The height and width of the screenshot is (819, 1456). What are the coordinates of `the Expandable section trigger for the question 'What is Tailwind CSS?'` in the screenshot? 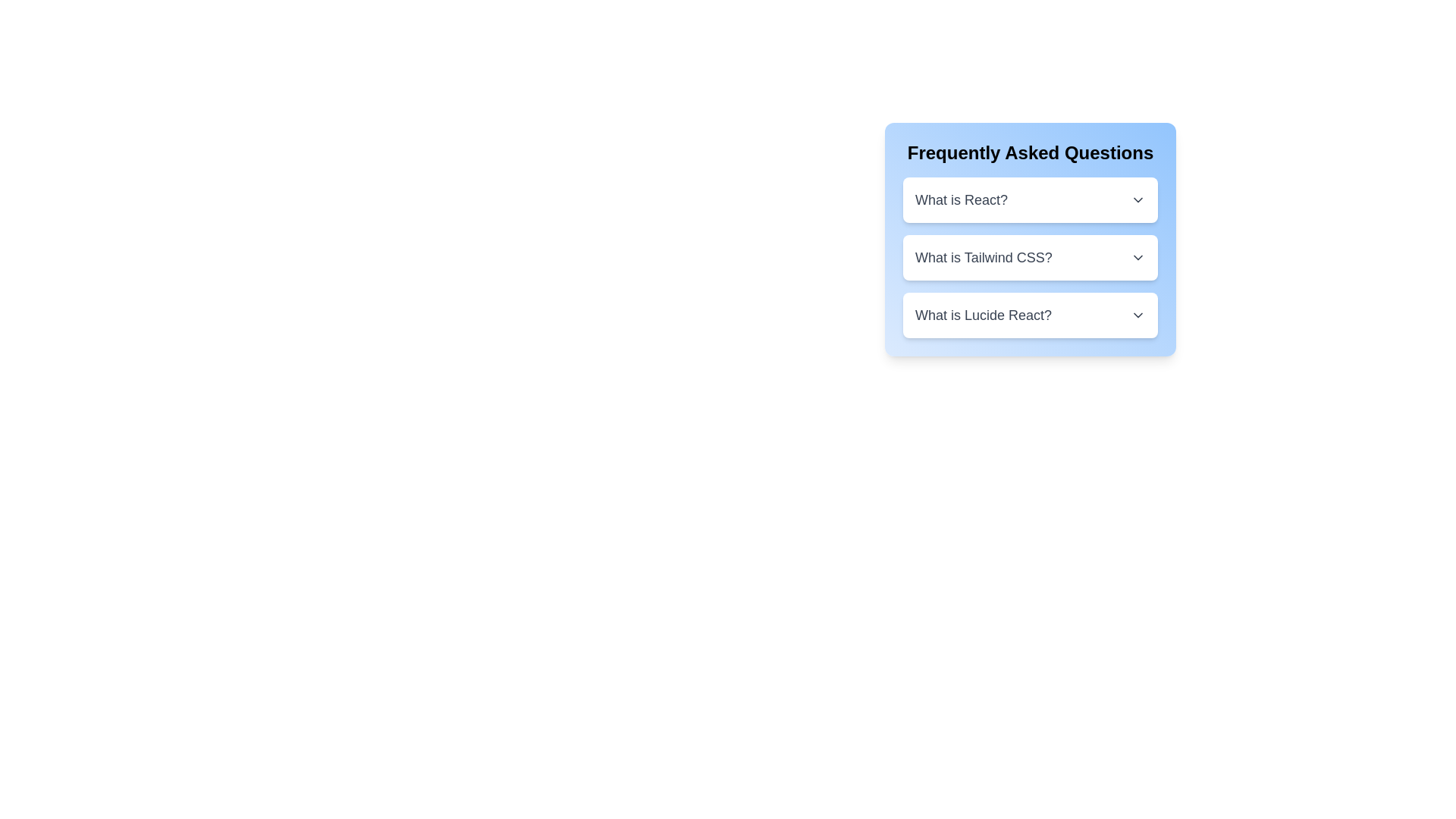 It's located at (1030, 256).